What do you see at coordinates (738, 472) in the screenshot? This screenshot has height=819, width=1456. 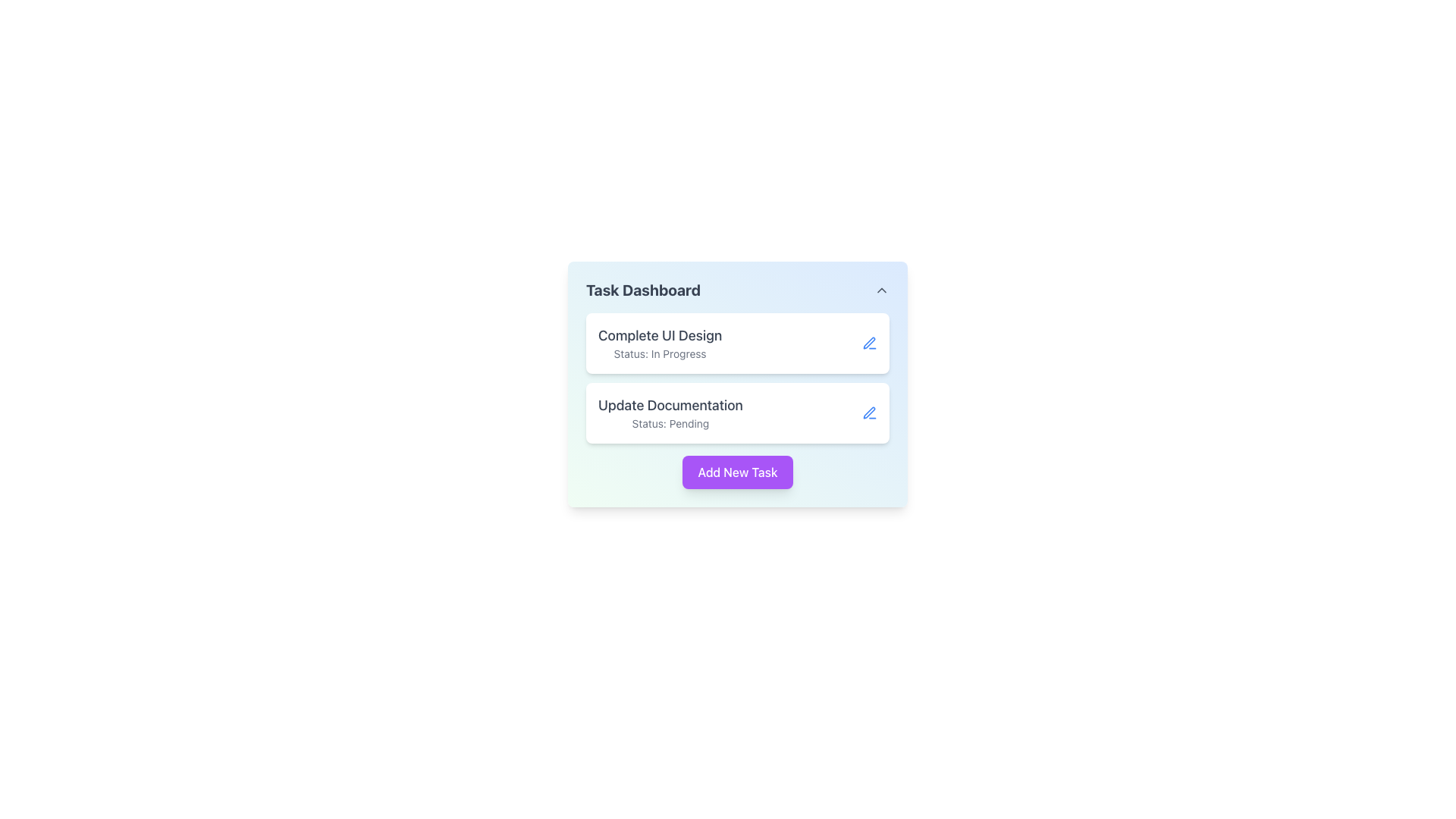 I see `the 'Add New Task' button with a vibrant purple background and white text, located at the bottom of the 'Task Dashboard' panel, to change its background color` at bounding box center [738, 472].